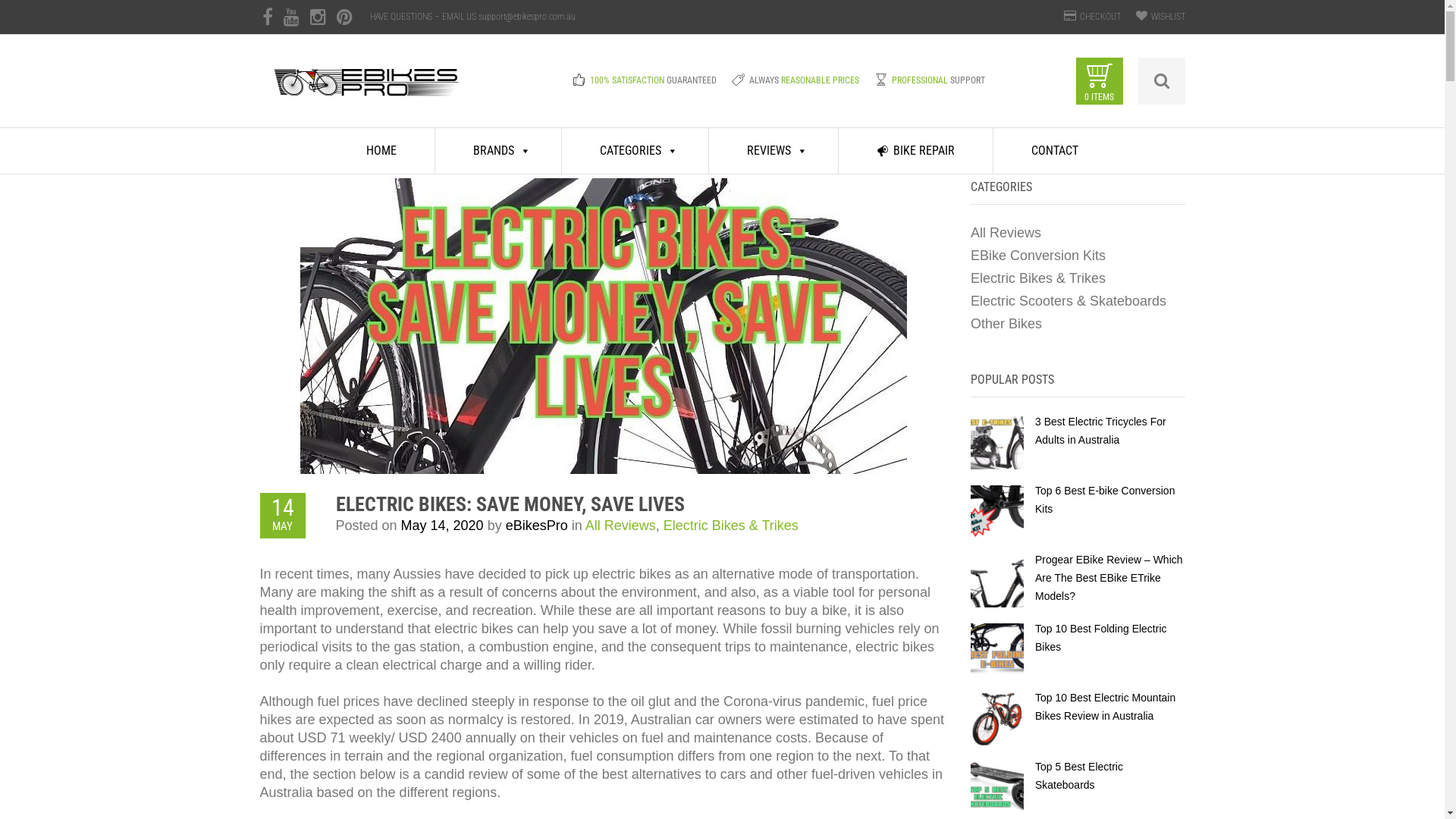  I want to click on 'CHECKOUT', so click(1079, 17).